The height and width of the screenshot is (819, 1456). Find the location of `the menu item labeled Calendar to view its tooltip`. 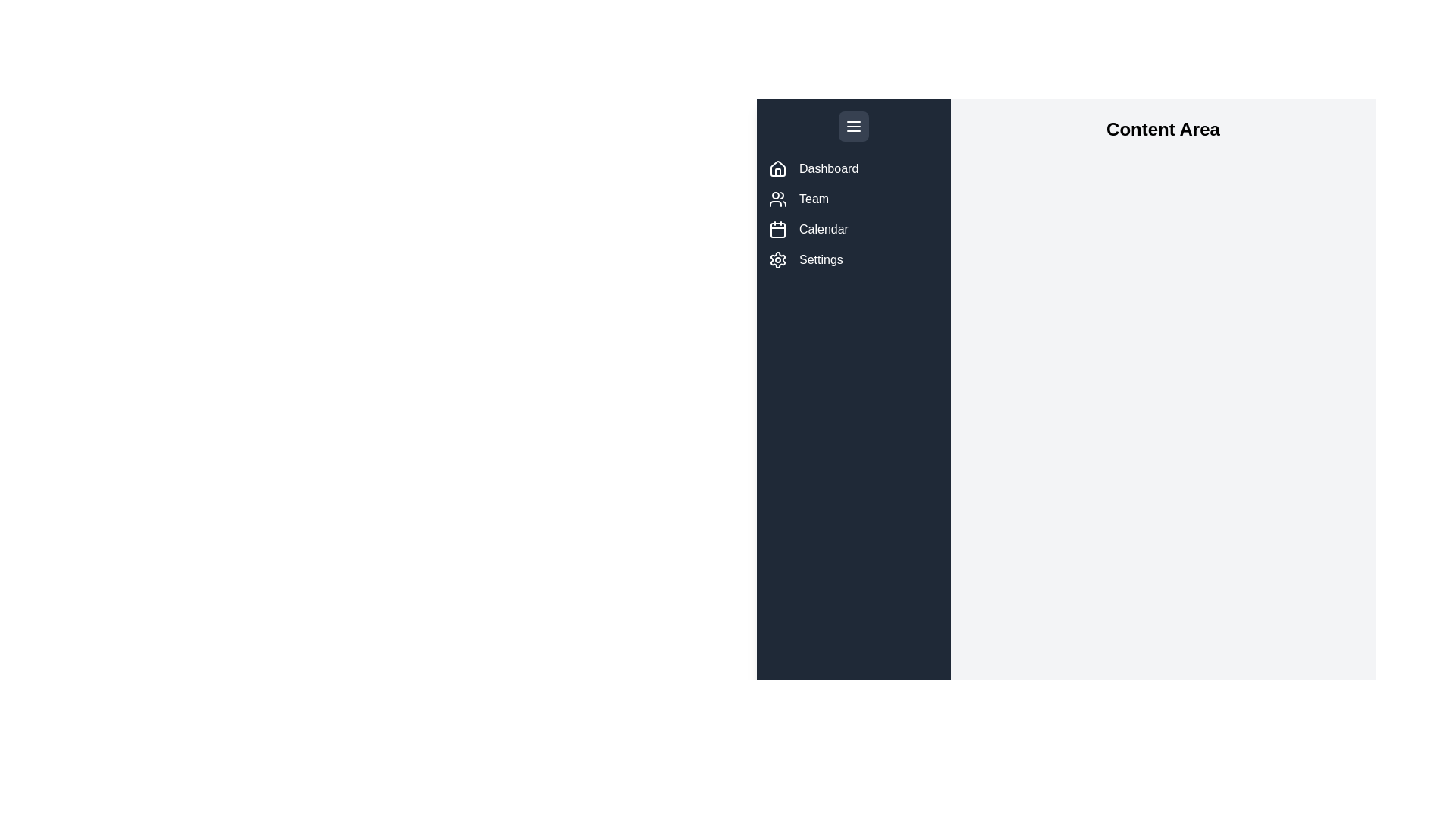

the menu item labeled Calendar to view its tooltip is located at coordinates (778, 230).